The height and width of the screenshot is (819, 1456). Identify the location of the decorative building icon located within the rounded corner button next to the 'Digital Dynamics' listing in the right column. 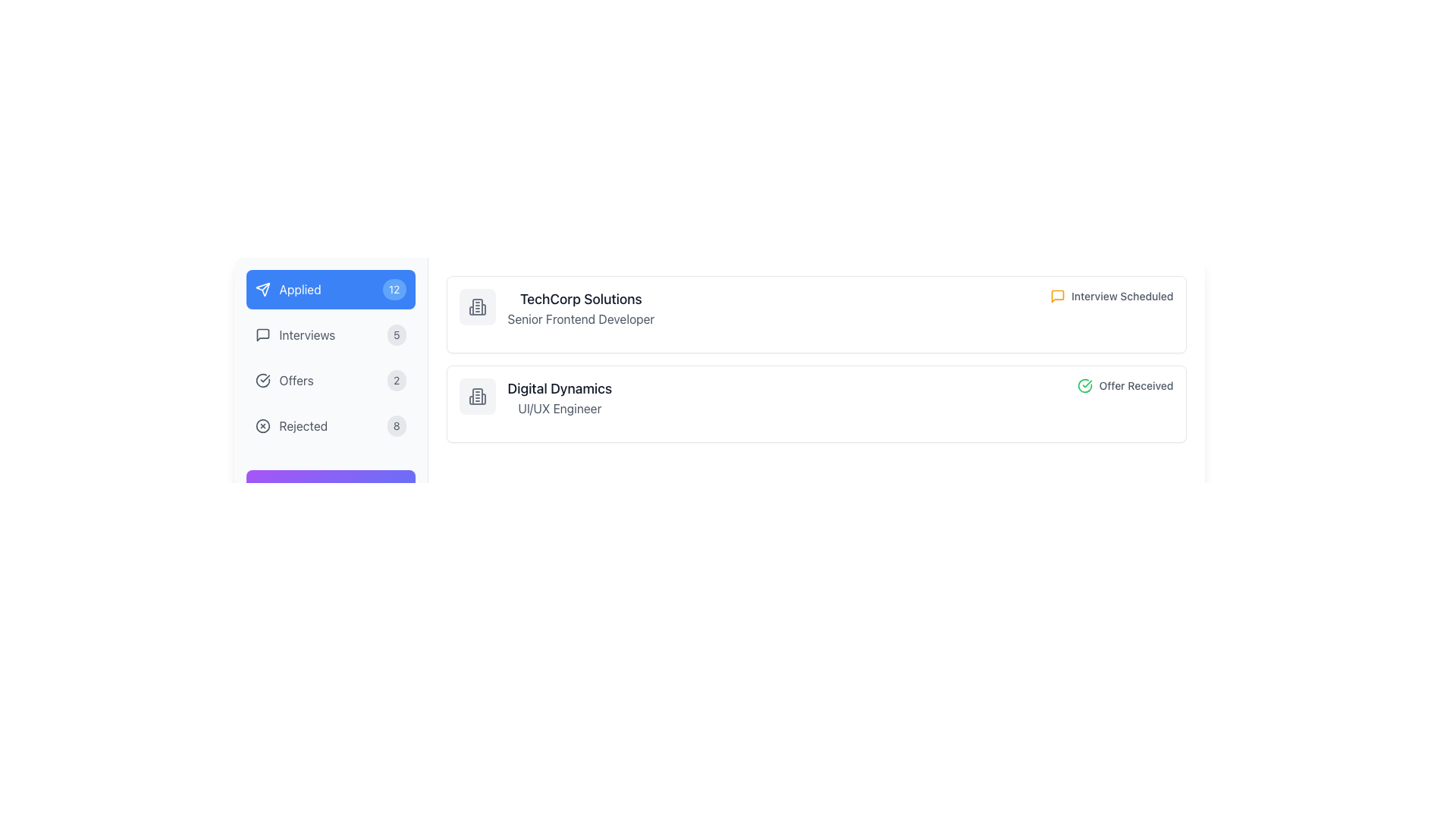
(476, 396).